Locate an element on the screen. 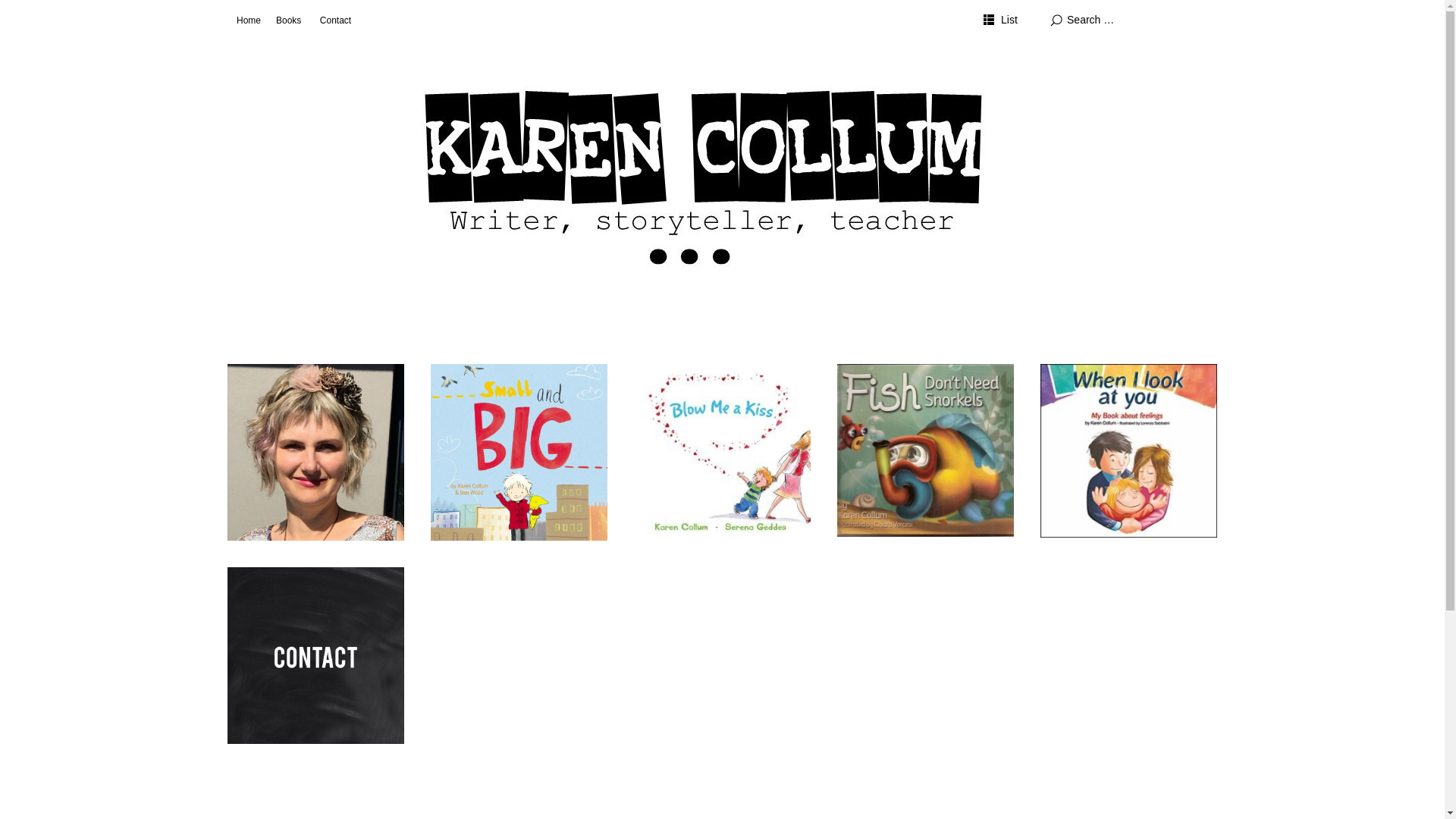  'Home' is located at coordinates (248, 20).